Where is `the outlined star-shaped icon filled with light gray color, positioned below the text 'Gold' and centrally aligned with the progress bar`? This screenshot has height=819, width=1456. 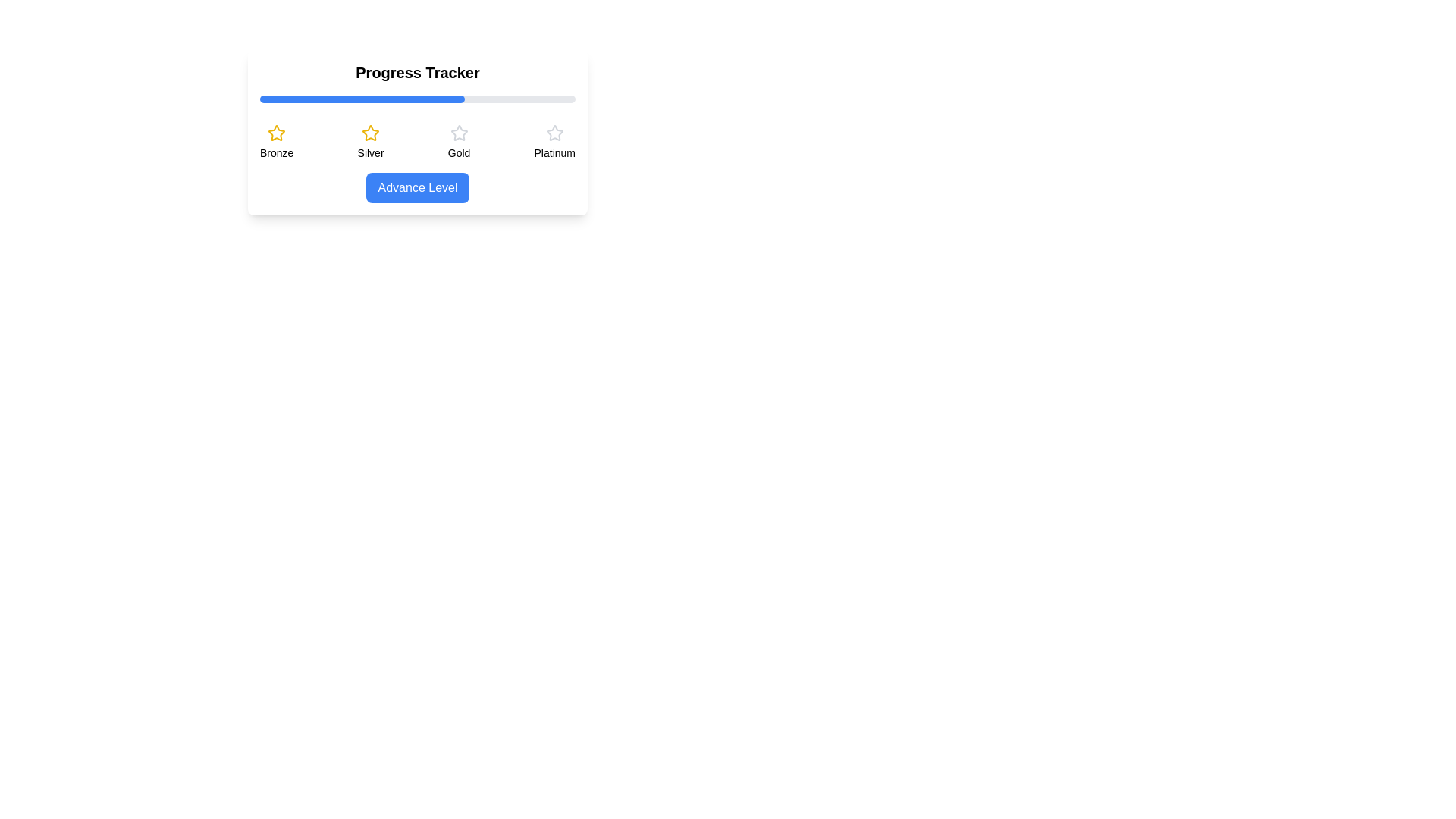 the outlined star-shaped icon filled with light gray color, positioned below the text 'Gold' and centrally aligned with the progress bar is located at coordinates (458, 132).